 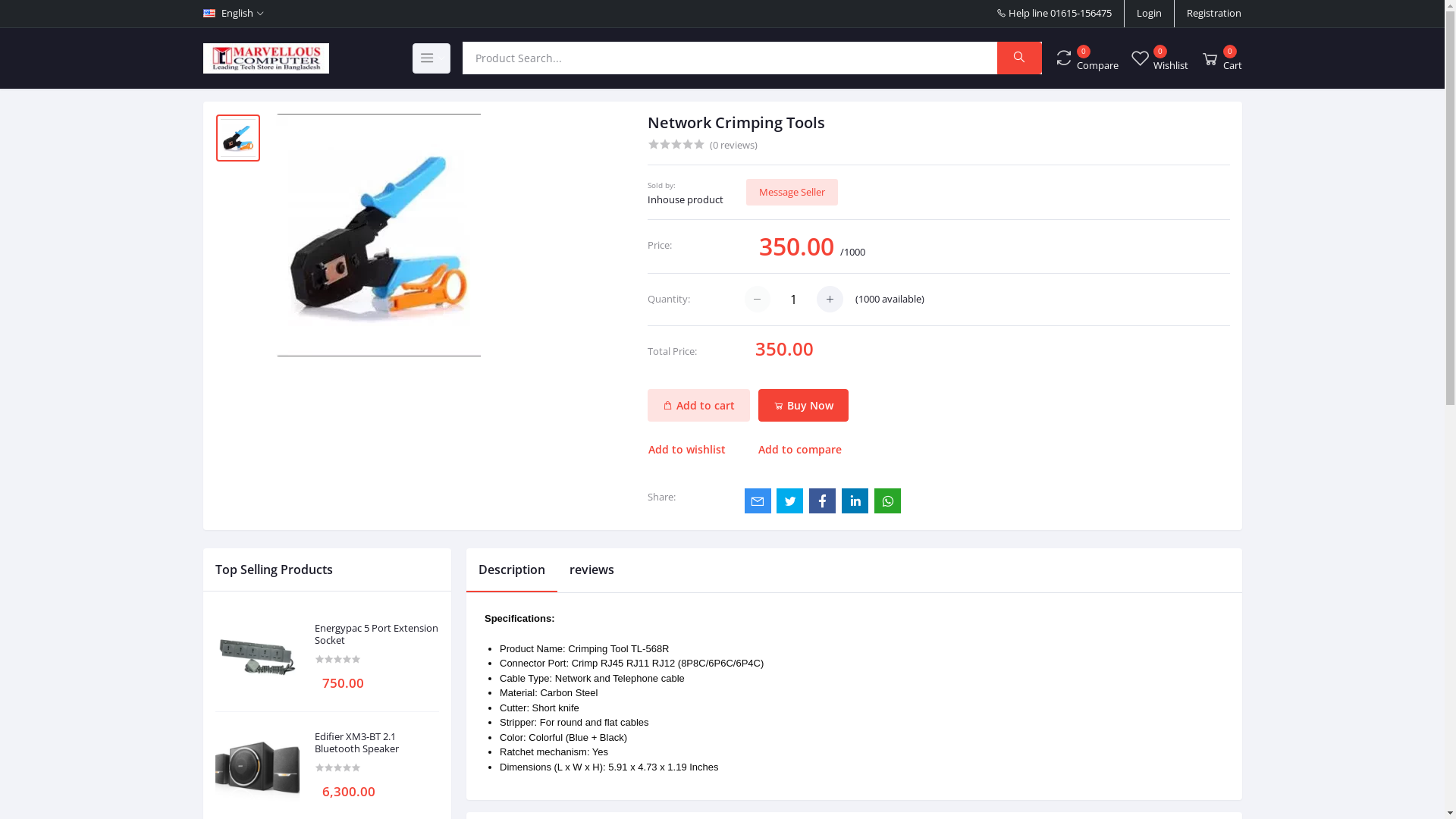 What do you see at coordinates (1053, 57) in the screenshot?
I see `'0` at bounding box center [1053, 57].